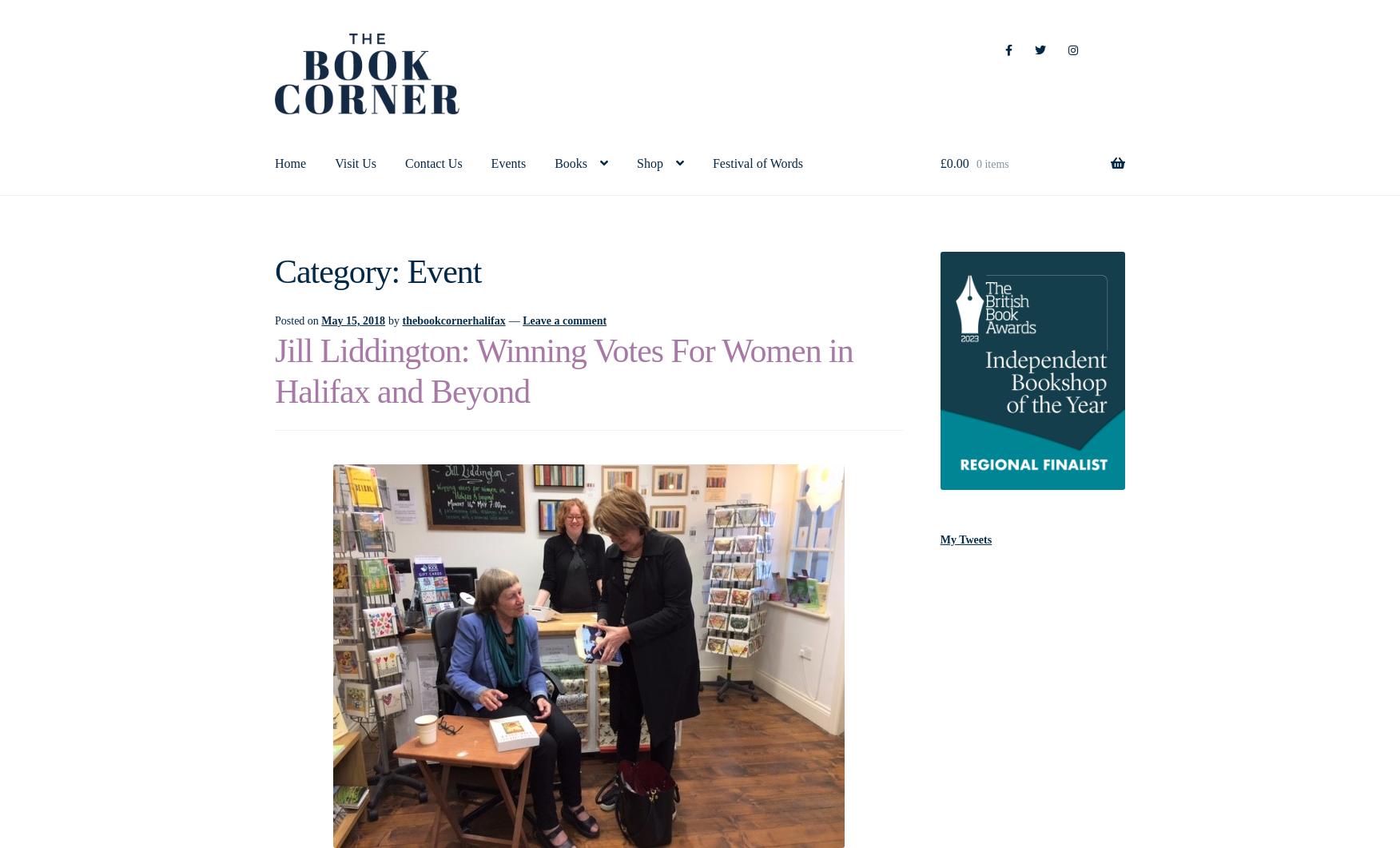 The height and width of the screenshot is (848, 1400). Describe the element at coordinates (563, 370) in the screenshot. I see `'Jill Liddington: Winning Votes For Women in Halifax and Beyond'` at that location.